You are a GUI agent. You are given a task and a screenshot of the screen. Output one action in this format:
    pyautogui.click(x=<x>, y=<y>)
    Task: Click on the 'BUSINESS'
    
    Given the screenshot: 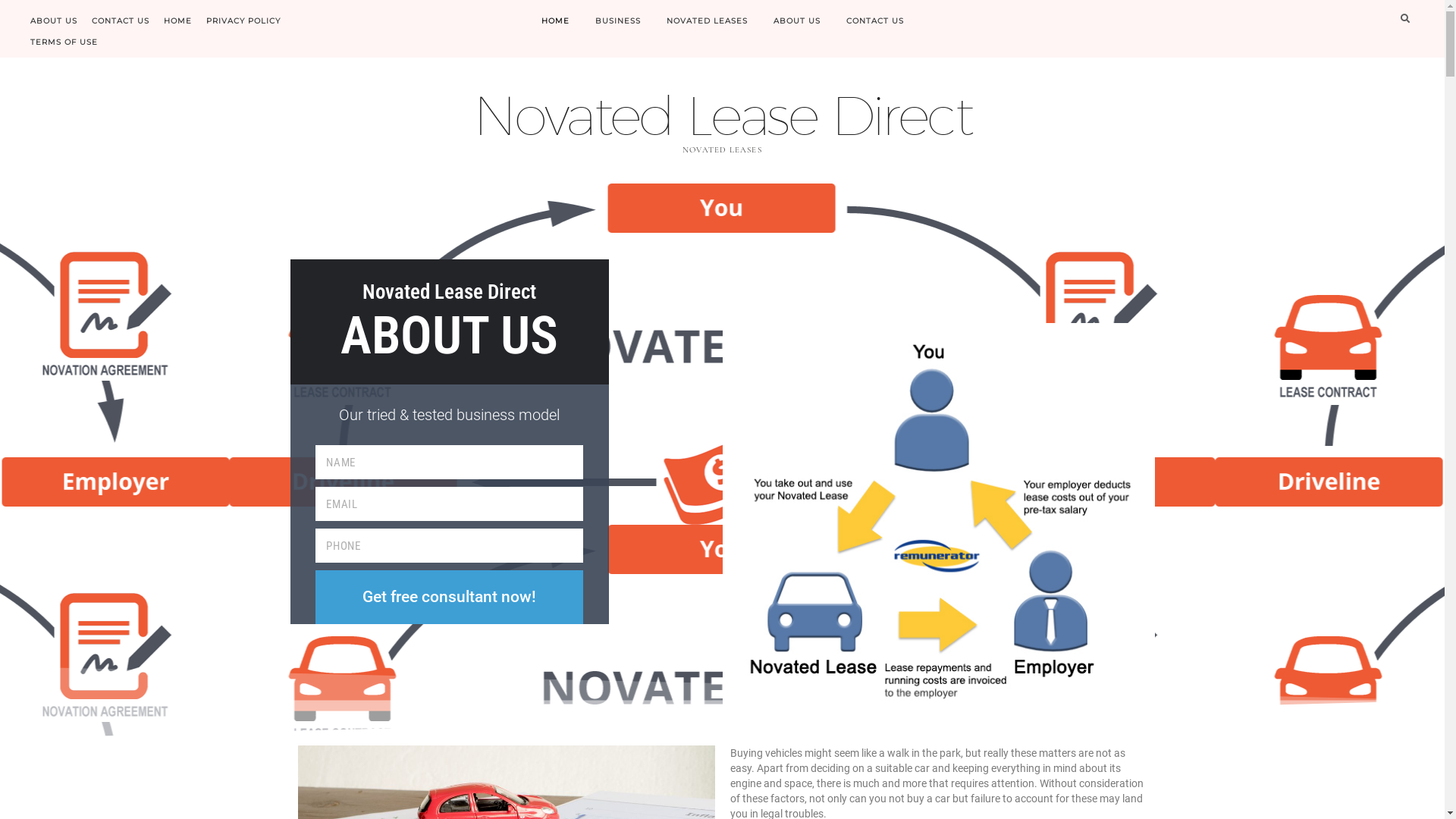 What is the action you would take?
    pyautogui.click(x=582, y=20)
    